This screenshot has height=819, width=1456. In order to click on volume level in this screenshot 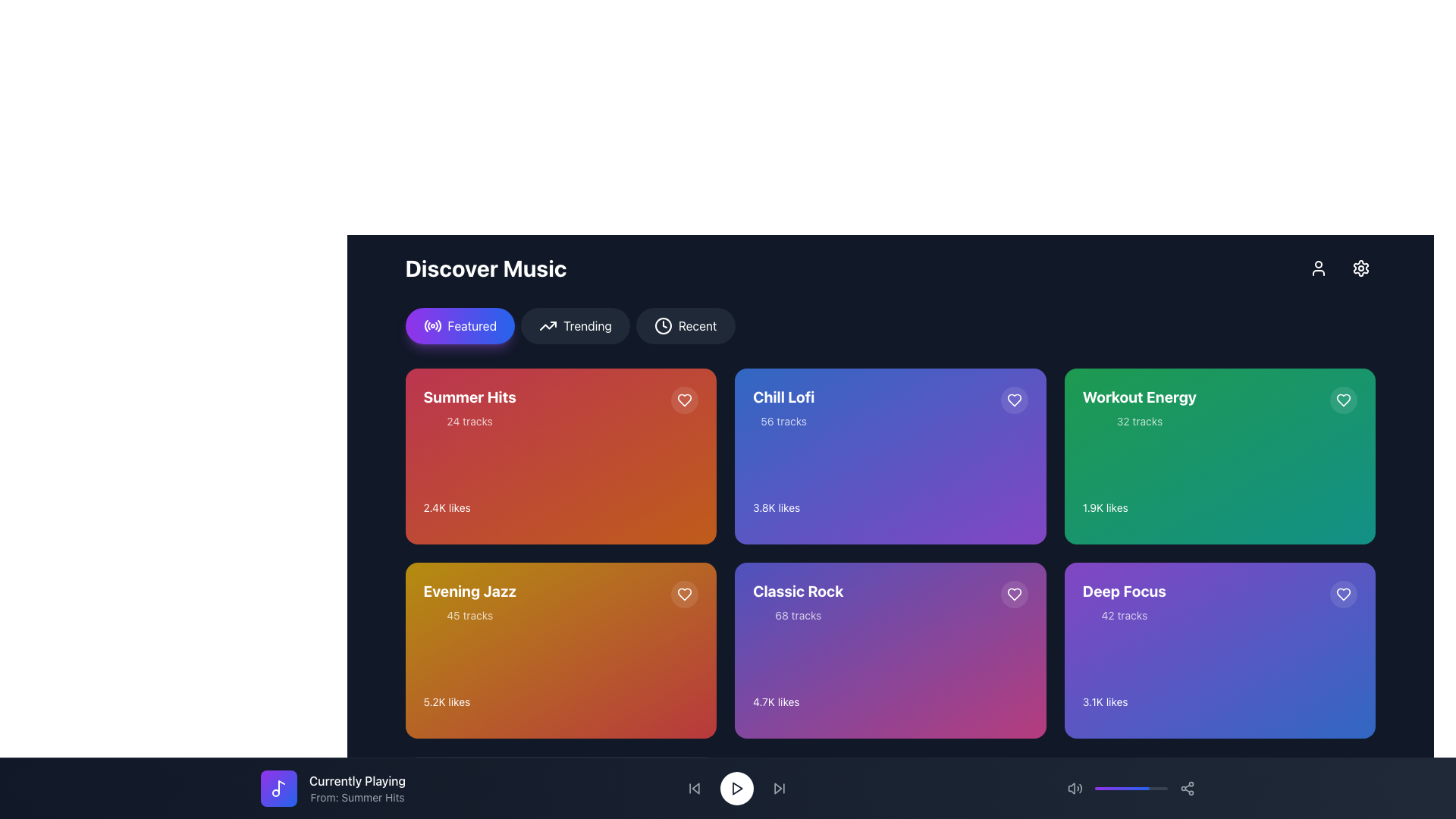, I will do `click(1144, 788)`.